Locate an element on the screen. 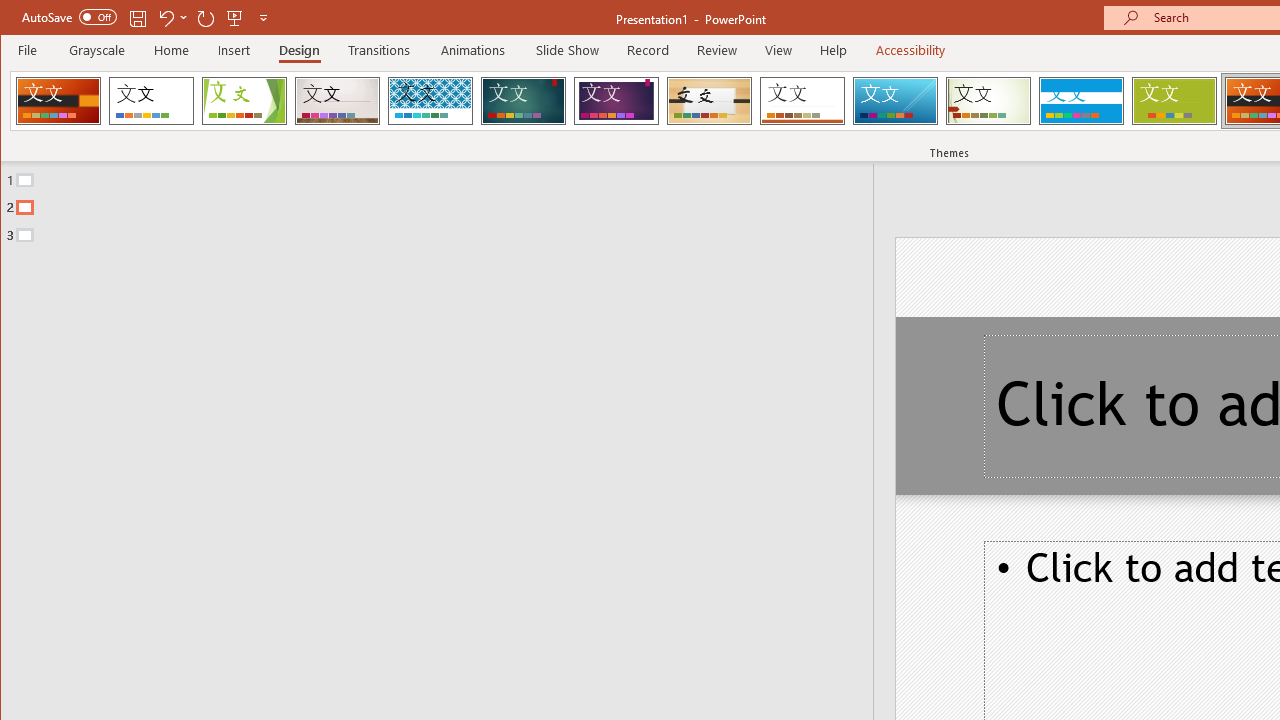 Image resolution: width=1280 pixels, height=720 pixels. 'Banded' is located at coordinates (1080, 100).